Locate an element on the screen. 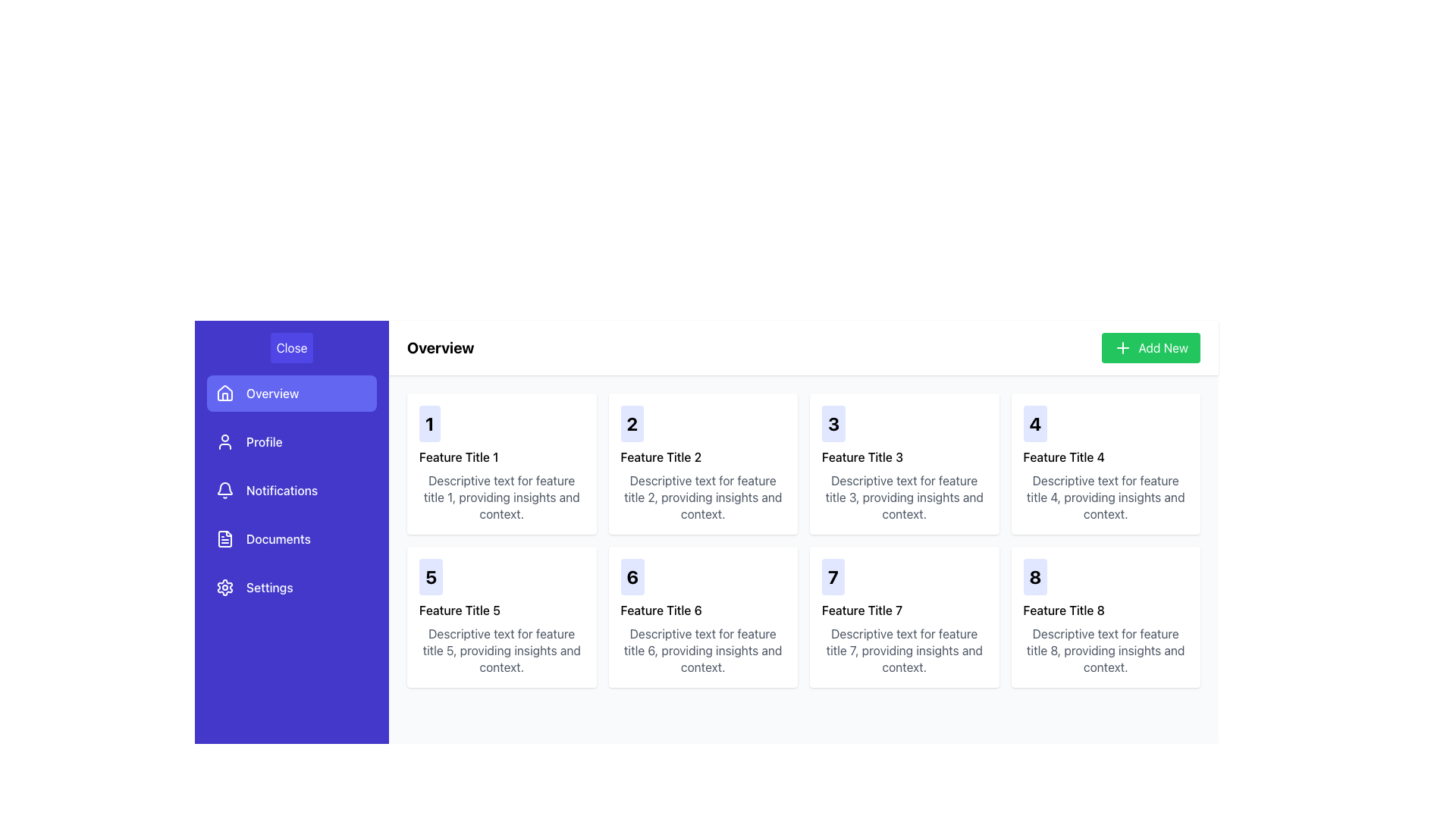 The height and width of the screenshot is (819, 1456). the third navigation menu item for 'Notifications' in the sidebar is located at coordinates (291, 491).